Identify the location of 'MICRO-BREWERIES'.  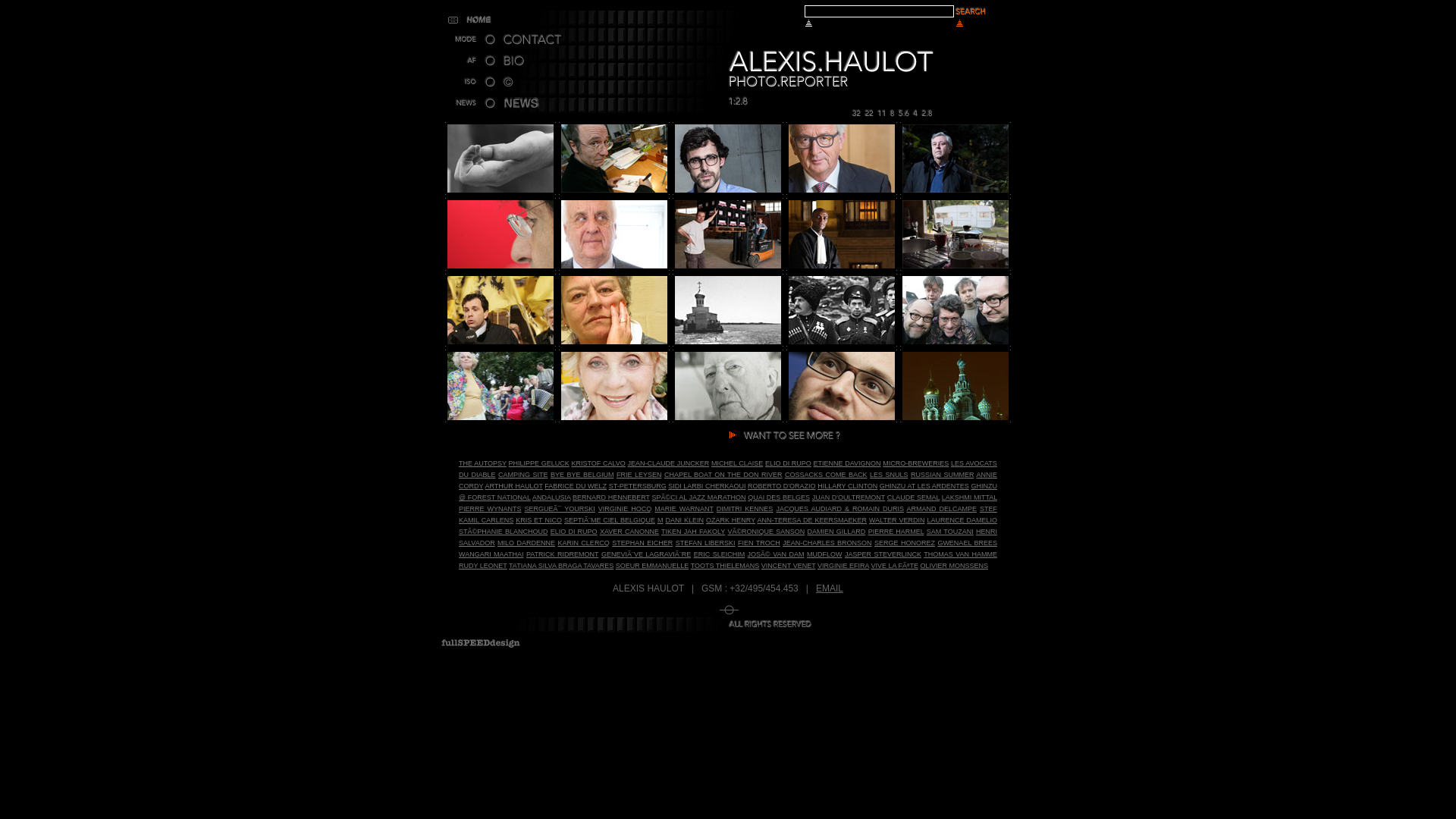
(915, 462).